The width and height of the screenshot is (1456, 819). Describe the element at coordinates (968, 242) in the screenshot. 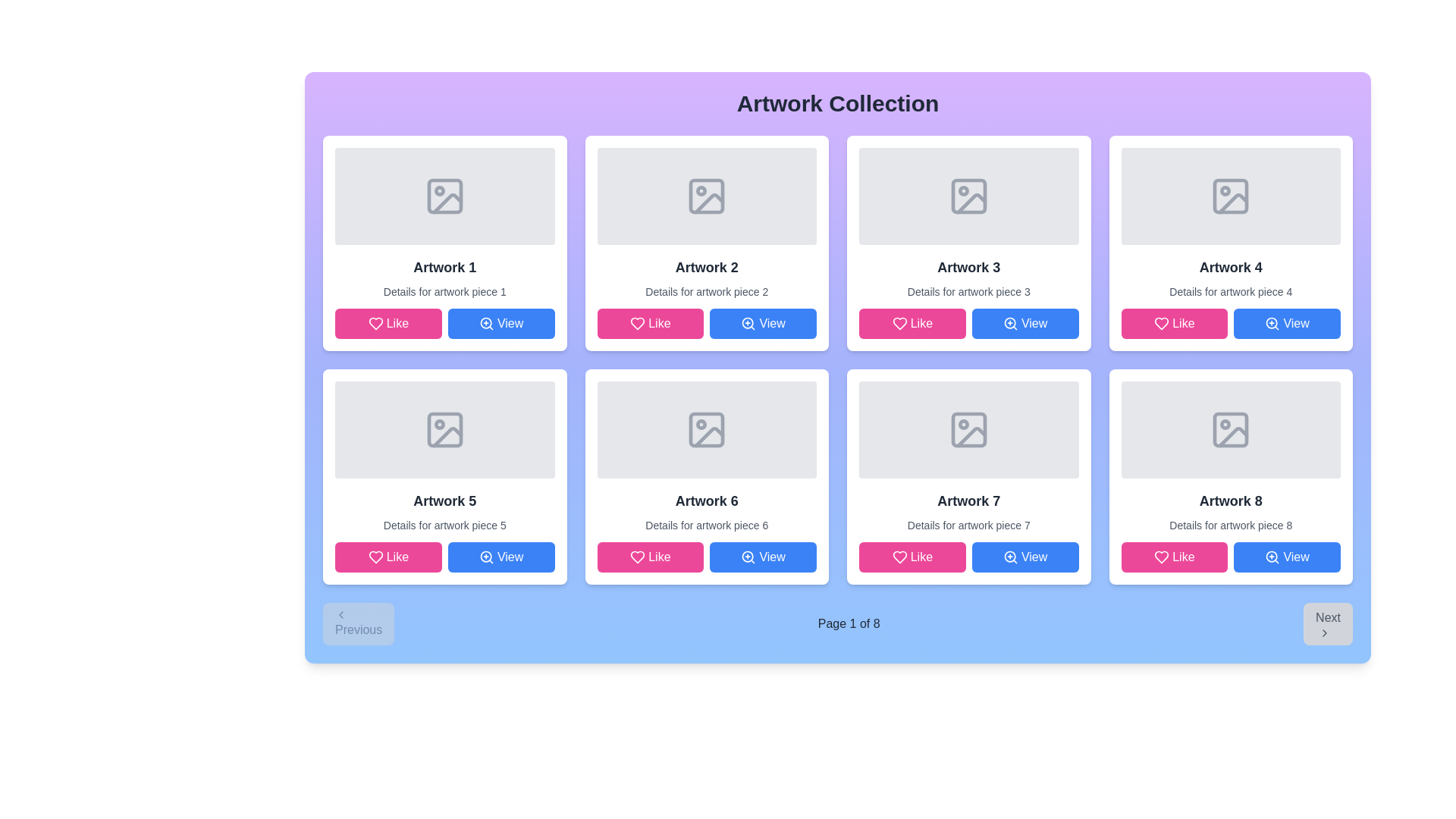

I see `to select the card labeled 'Artwork 3', which is the third card in the first row of a 4x2 grid layout` at that location.